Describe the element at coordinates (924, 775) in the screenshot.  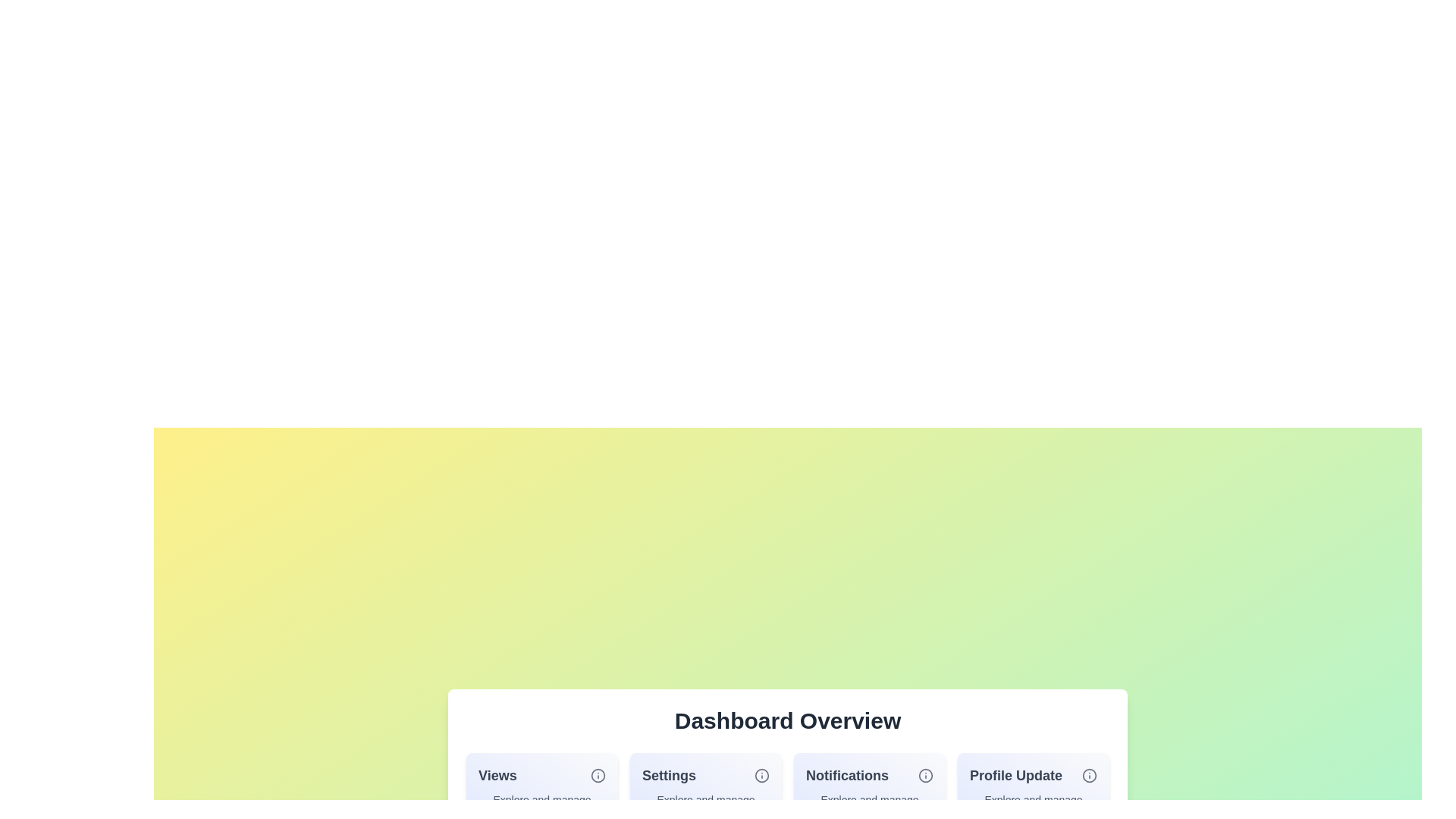
I see `the informative circular icon located within the 'Notifications' card` at that location.